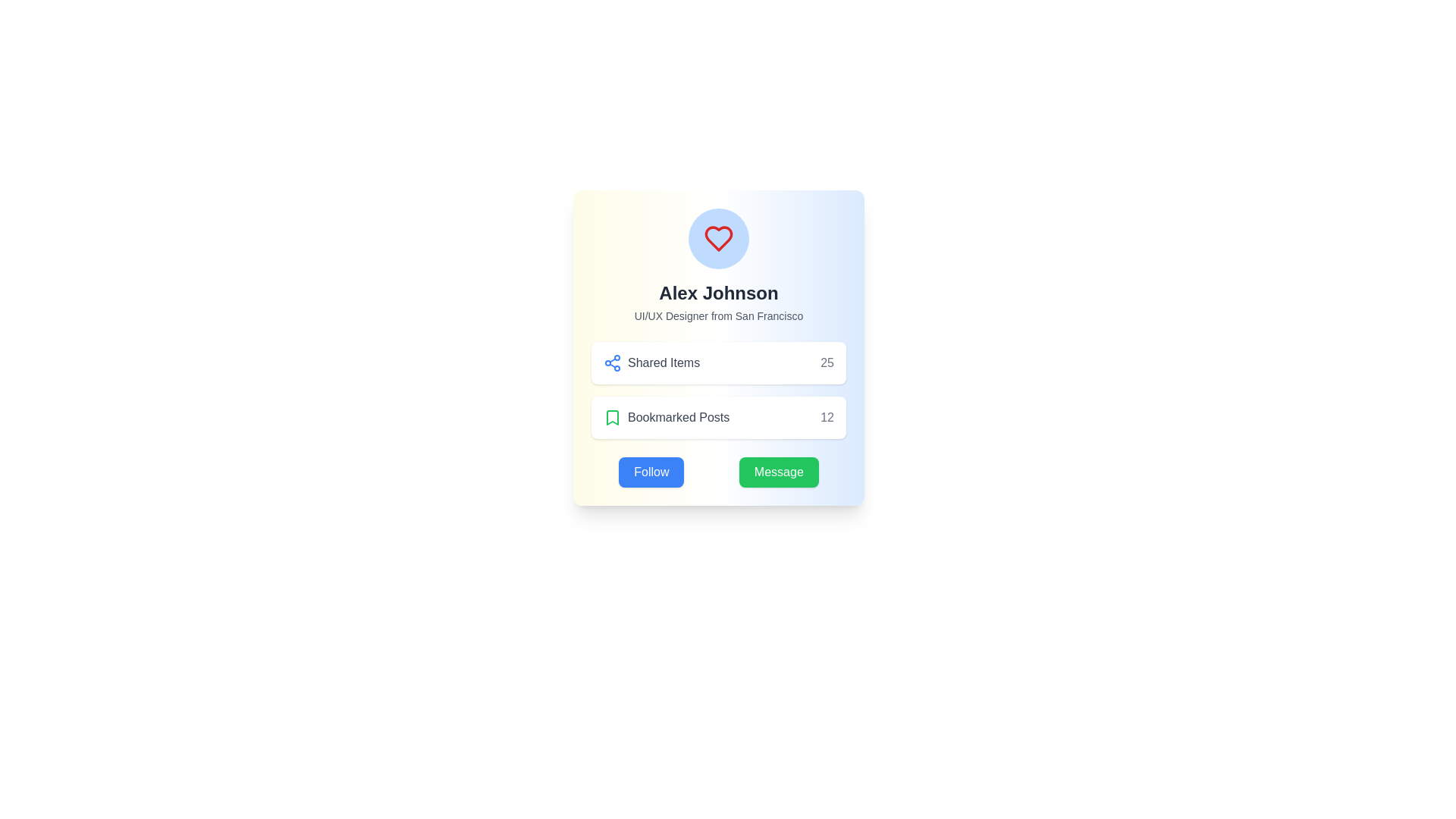  What do you see at coordinates (827, 362) in the screenshot?
I see `the static text display indicating the count of 'Shared Items' located in the upper card of the interface, positioned to the rightmost side after the label 'Shared Items'` at bounding box center [827, 362].